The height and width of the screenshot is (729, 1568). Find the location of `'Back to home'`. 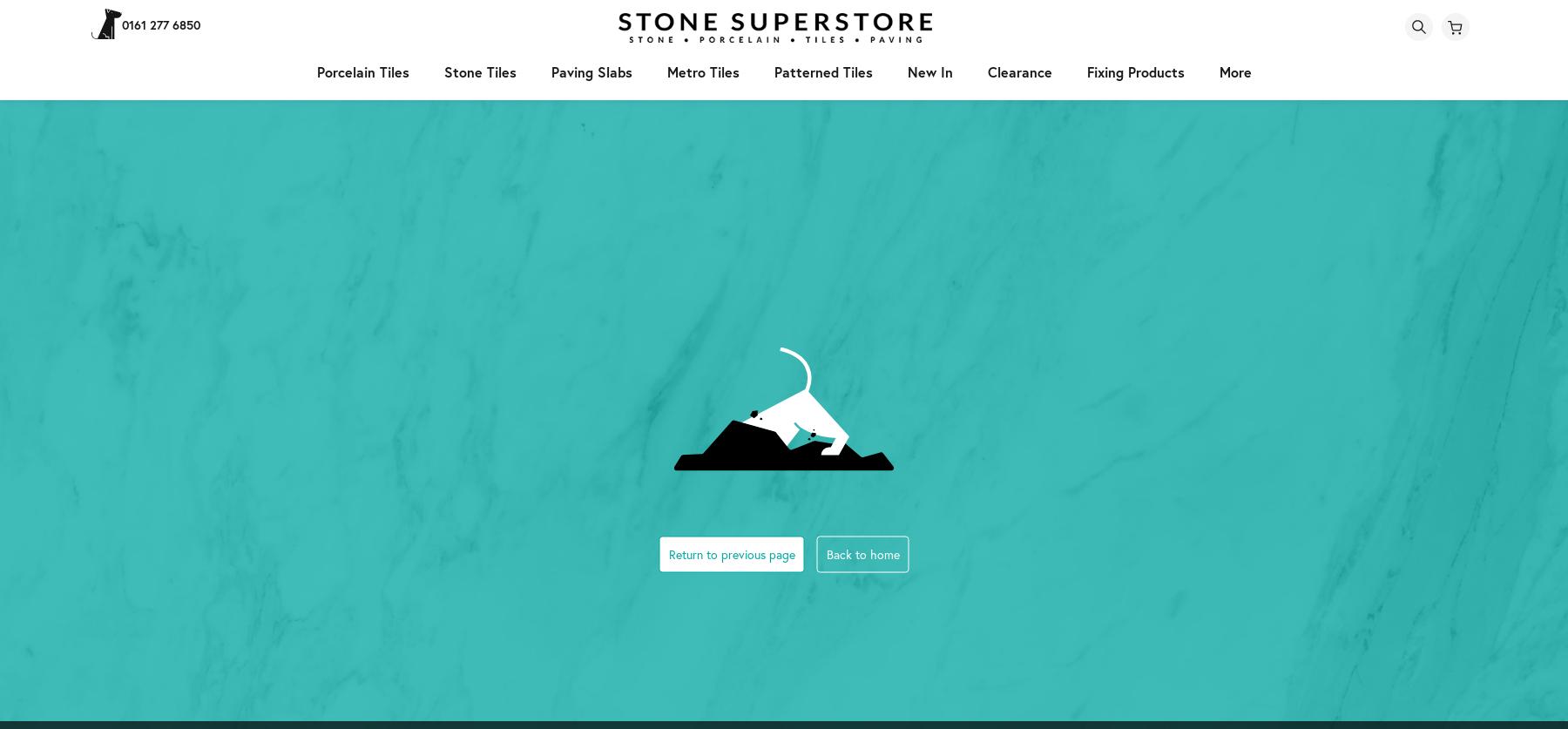

'Back to home' is located at coordinates (862, 553).